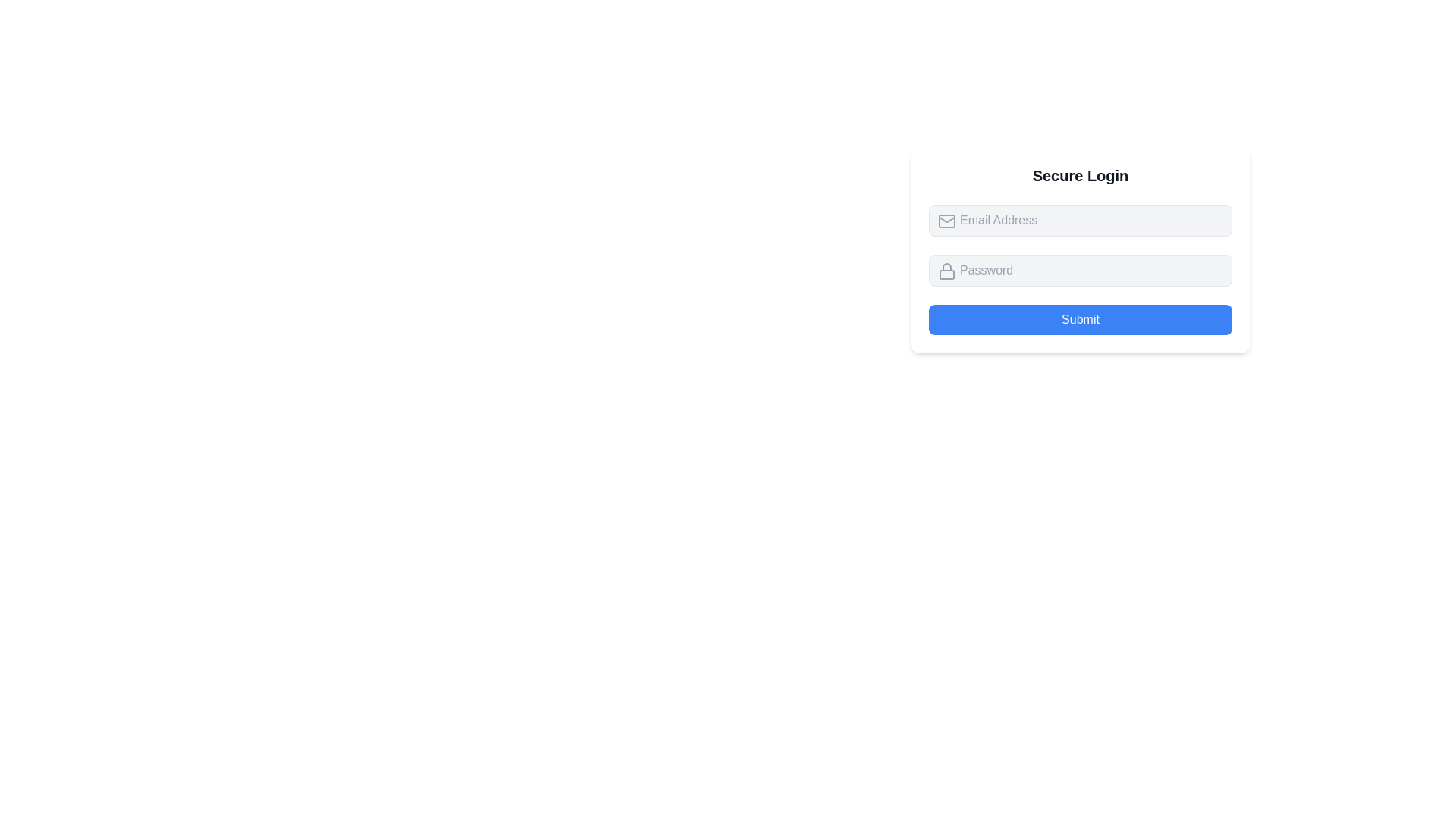 Image resolution: width=1456 pixels, height=819 pixels. What do you see at coordinates (946, 271) in the screenshot?
I see `the password icon located near the left margin of the input field labeled 'Password', which indicates that the field is for entering a password` at bounding box center [946, 271].